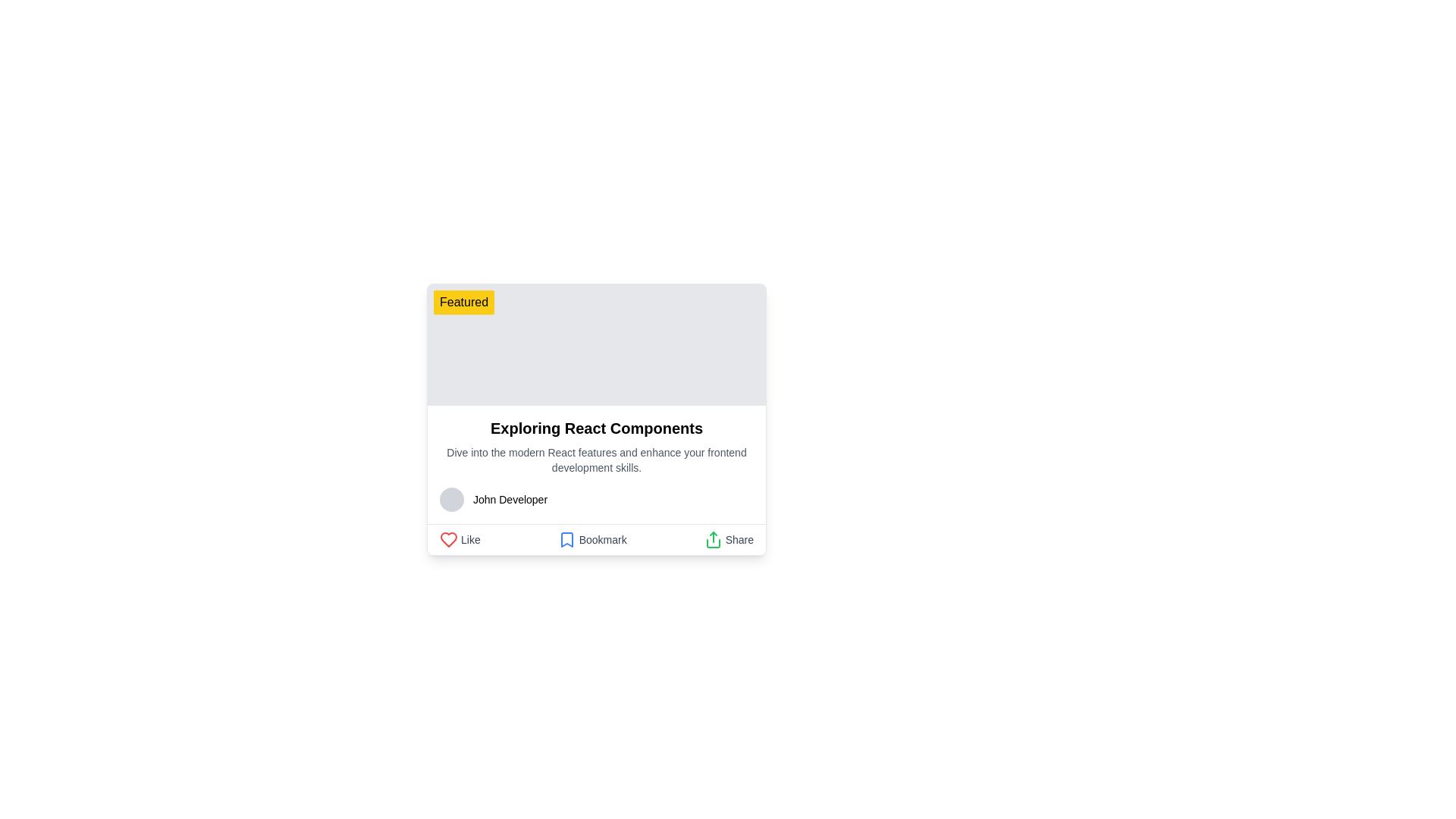 The image size is (1456, 819). Describe the element at coordinates (566, 539) in the screenshot. I see `the bookmark styled icon with a thin blue border, located next to the 'Bookmark' label` at that location.